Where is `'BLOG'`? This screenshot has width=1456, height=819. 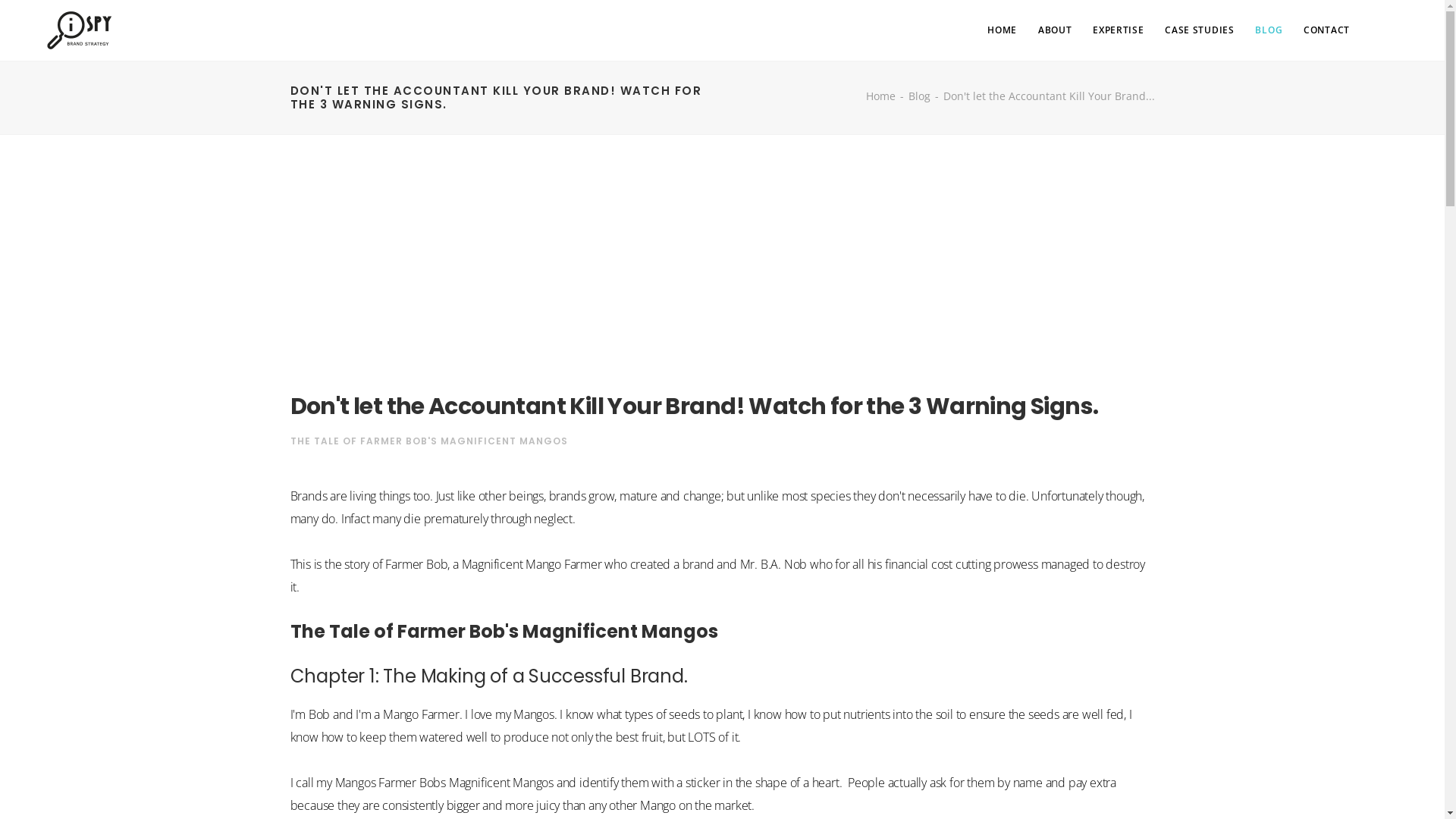
'BLOG' is located at coordinates (1269, 30).